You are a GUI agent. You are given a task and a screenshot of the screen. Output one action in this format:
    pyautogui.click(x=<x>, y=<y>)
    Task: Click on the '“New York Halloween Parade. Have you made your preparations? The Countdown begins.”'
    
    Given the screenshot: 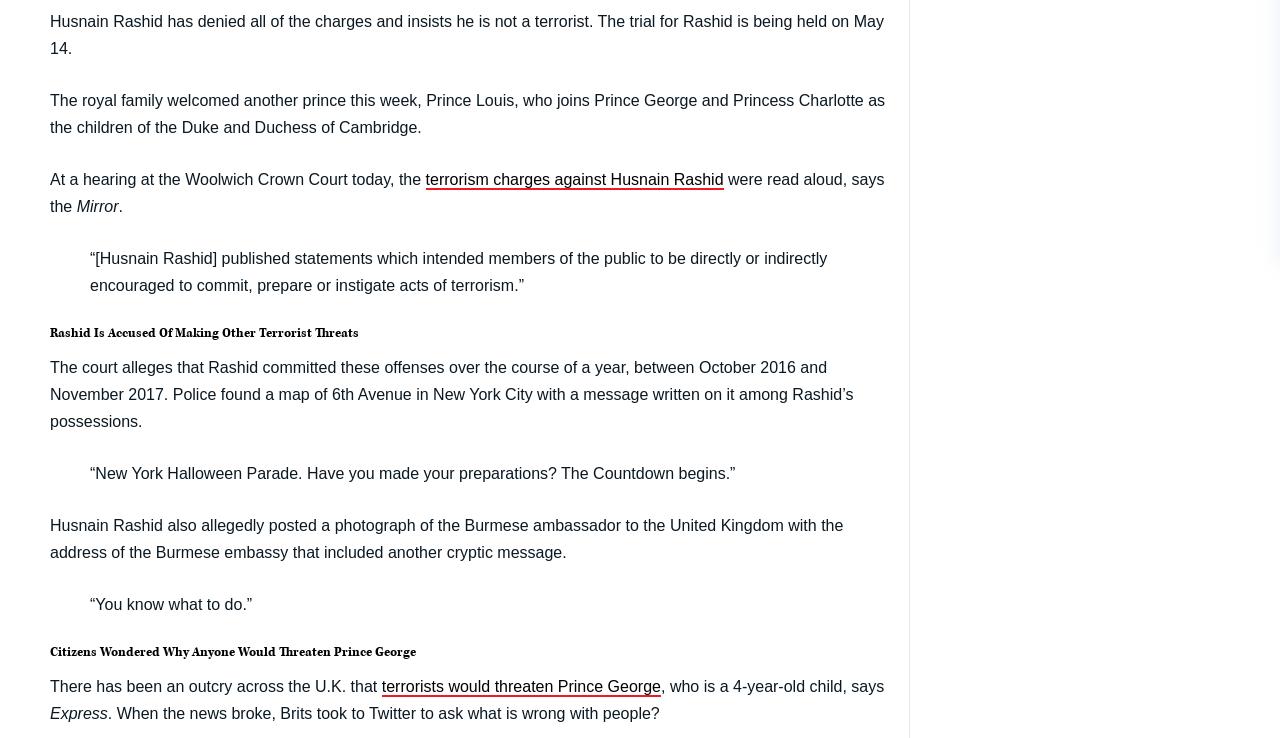 What is the action you would take?
    pyautogui.click(x=411, y=471)
    